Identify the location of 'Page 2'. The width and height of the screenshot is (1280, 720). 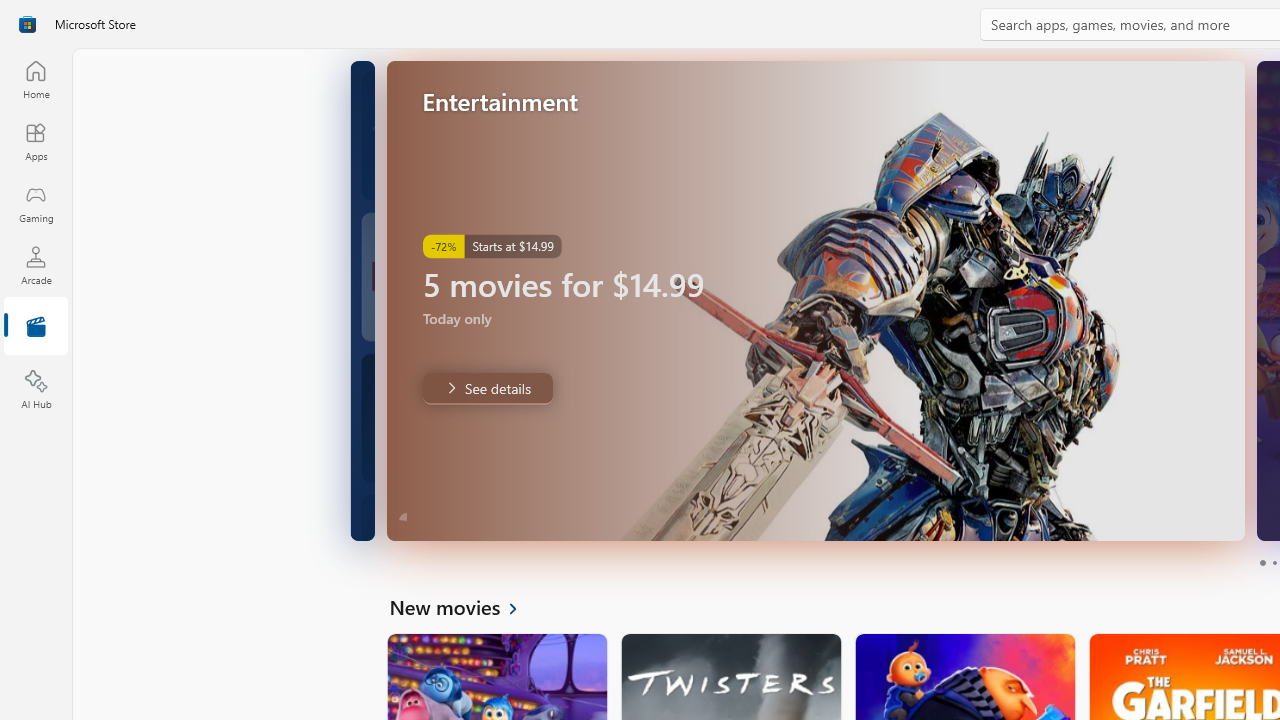
(1273, 563).